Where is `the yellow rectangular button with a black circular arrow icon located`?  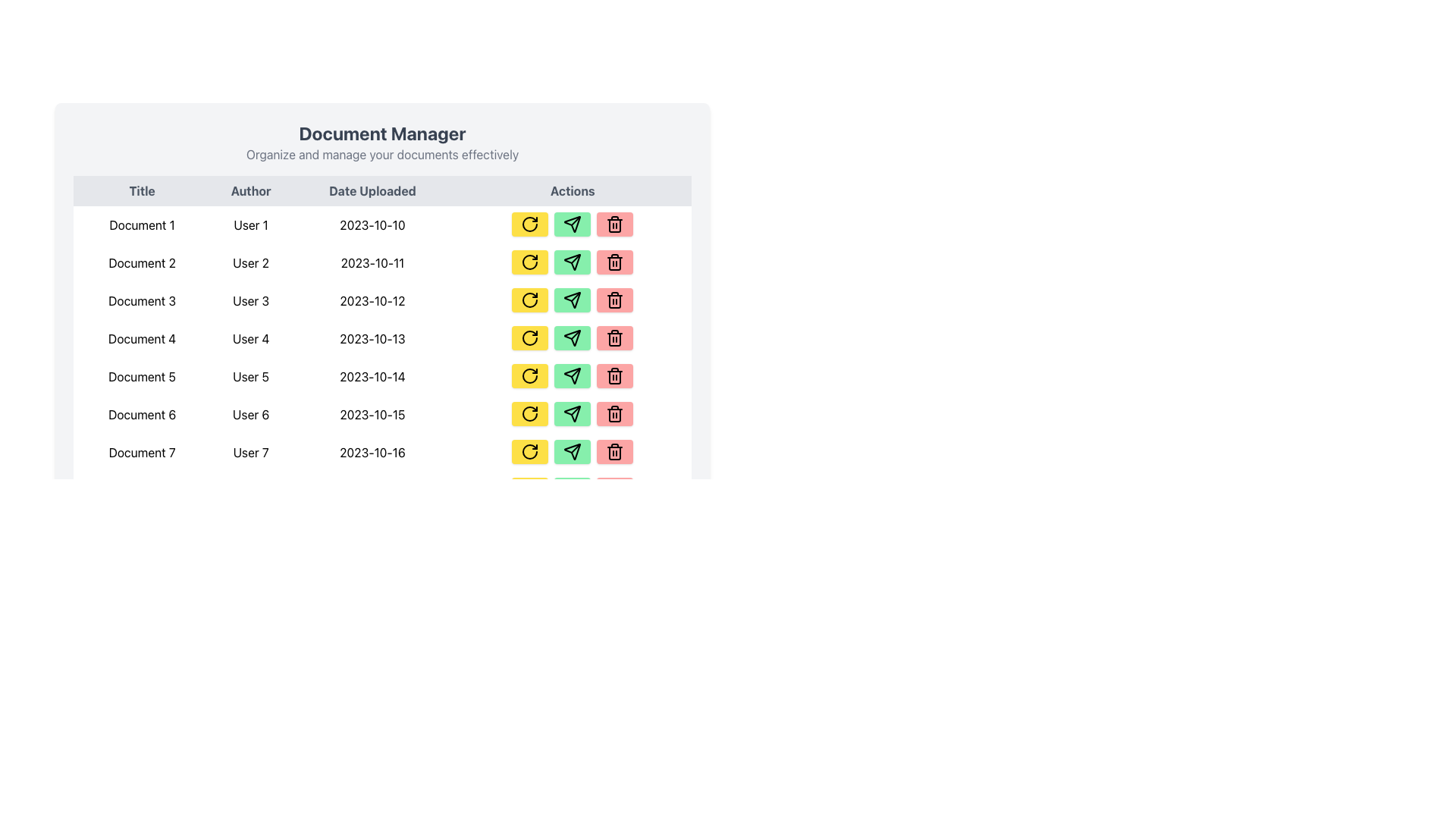
the yellow rectangular button with a black circular arrow icon located is located at coordinates (530, 300).